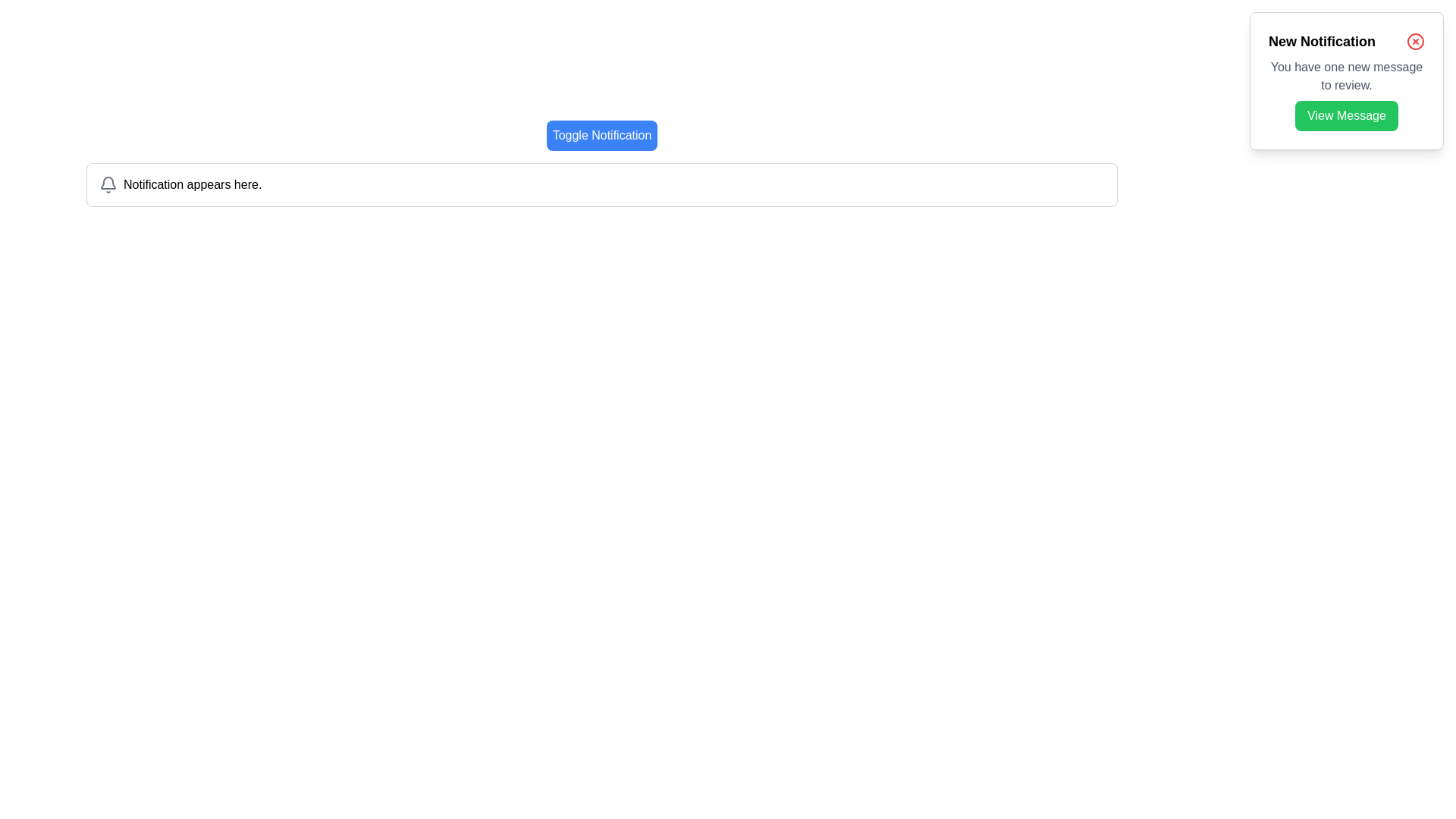 The image size is (1456, 819). I want to click on the close button located in the top-right corner of the 'New Notification' box, so click(1415, 40).